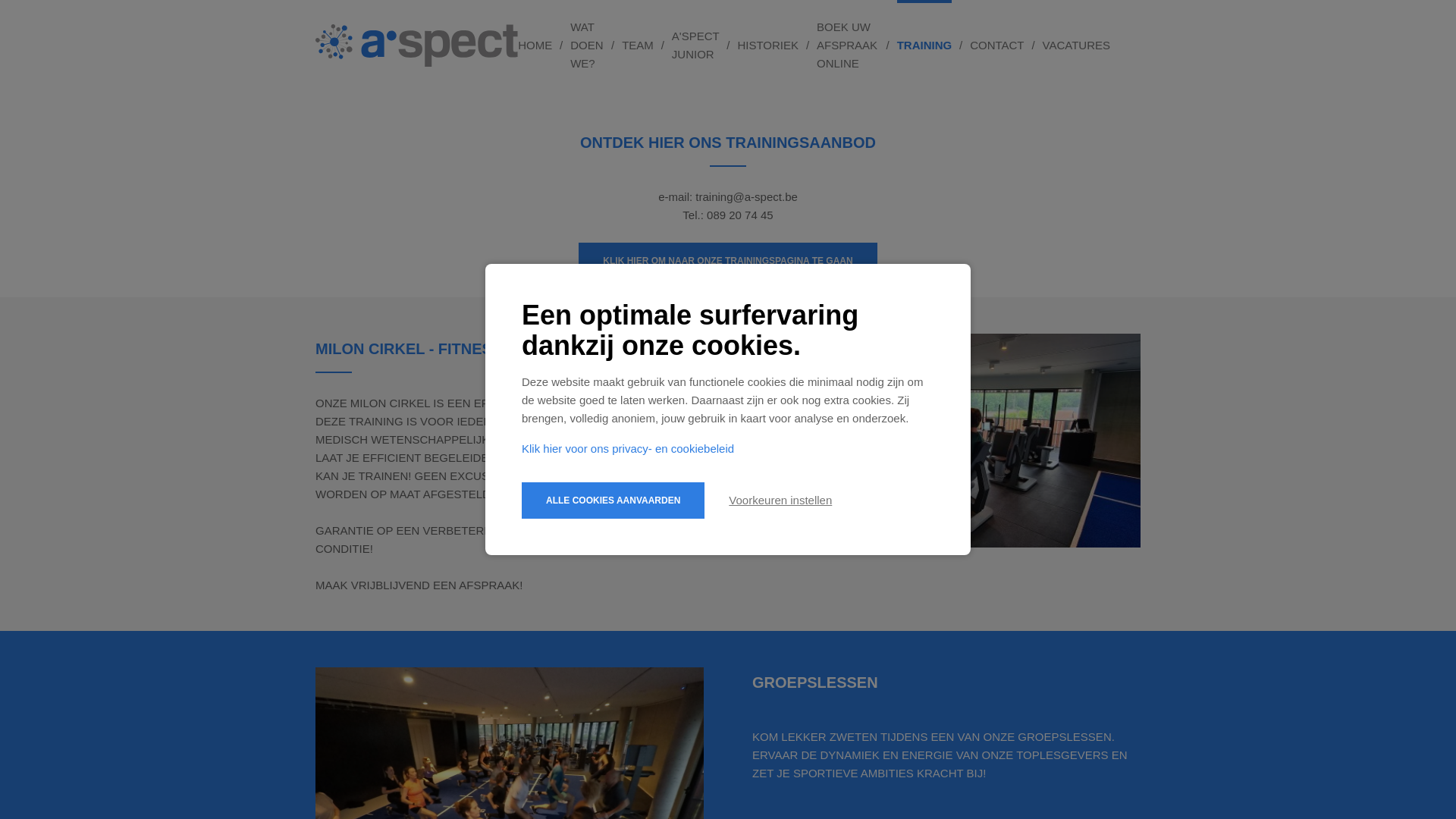 The height and width of the screenshot is (819, 1456). Describe the element at coordinates (570, 45) in the screenshot. I see `'WAT DOEN WE?'` at that location.